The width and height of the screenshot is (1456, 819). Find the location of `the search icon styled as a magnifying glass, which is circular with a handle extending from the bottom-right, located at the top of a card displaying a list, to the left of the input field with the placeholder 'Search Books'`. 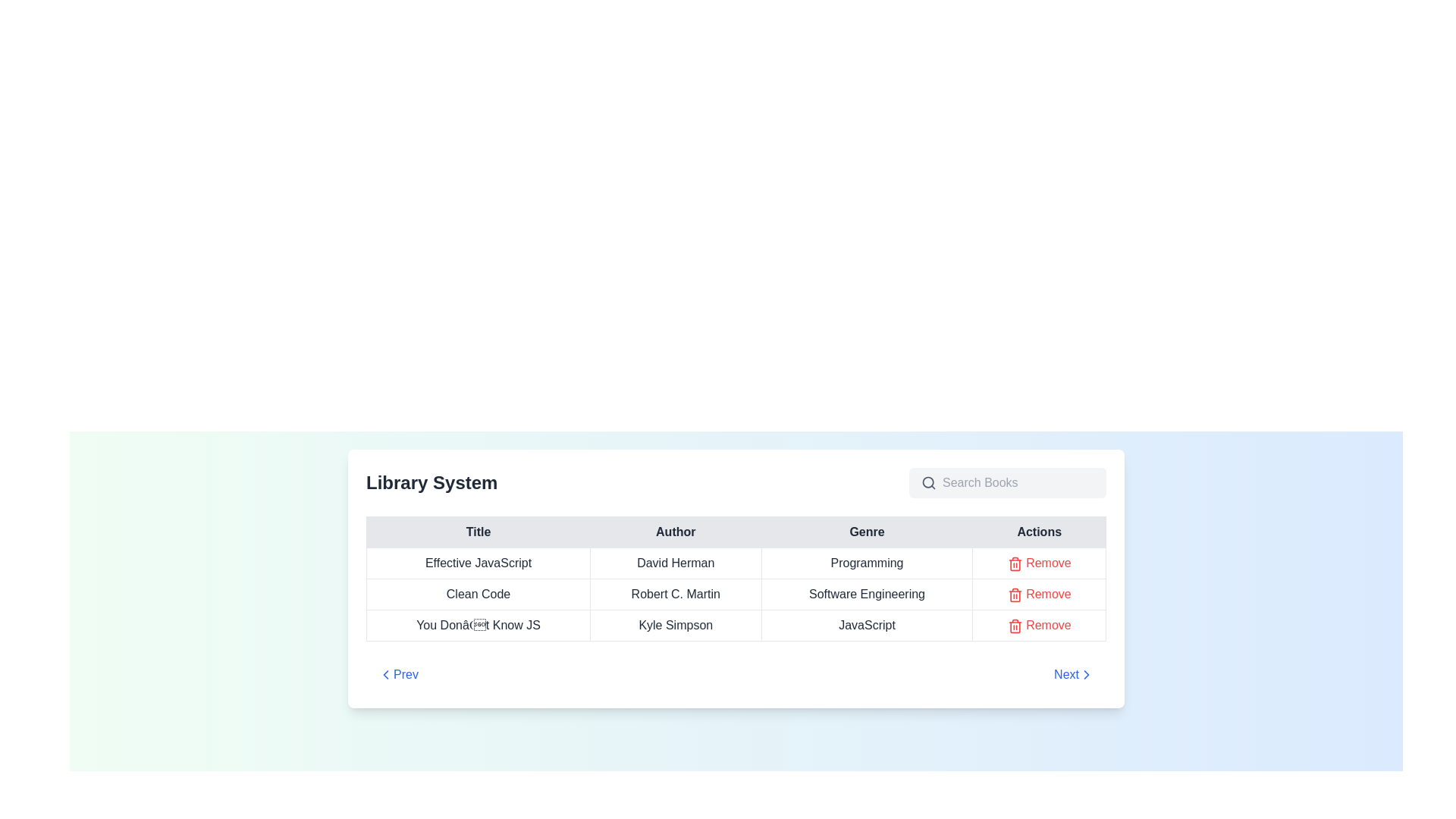

the search icon styled as a magnifying glass, which is circular with a handle extending from the bottom-right, located at the top of a card displaying a list, to the left of the input field with the placeholder 'Search Books' is located at coordinates (927, 482).